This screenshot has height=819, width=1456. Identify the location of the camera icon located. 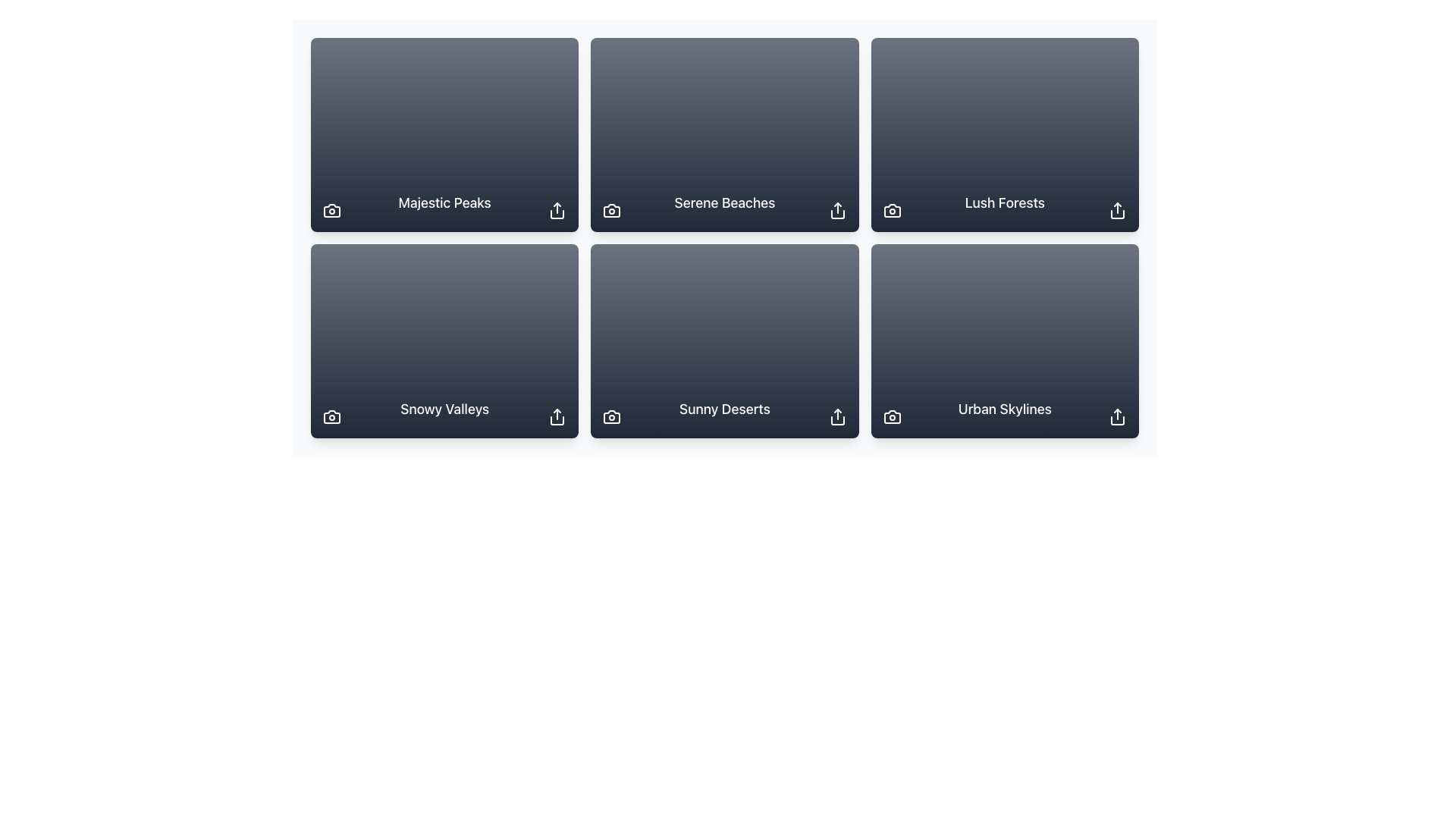
(612, 210).